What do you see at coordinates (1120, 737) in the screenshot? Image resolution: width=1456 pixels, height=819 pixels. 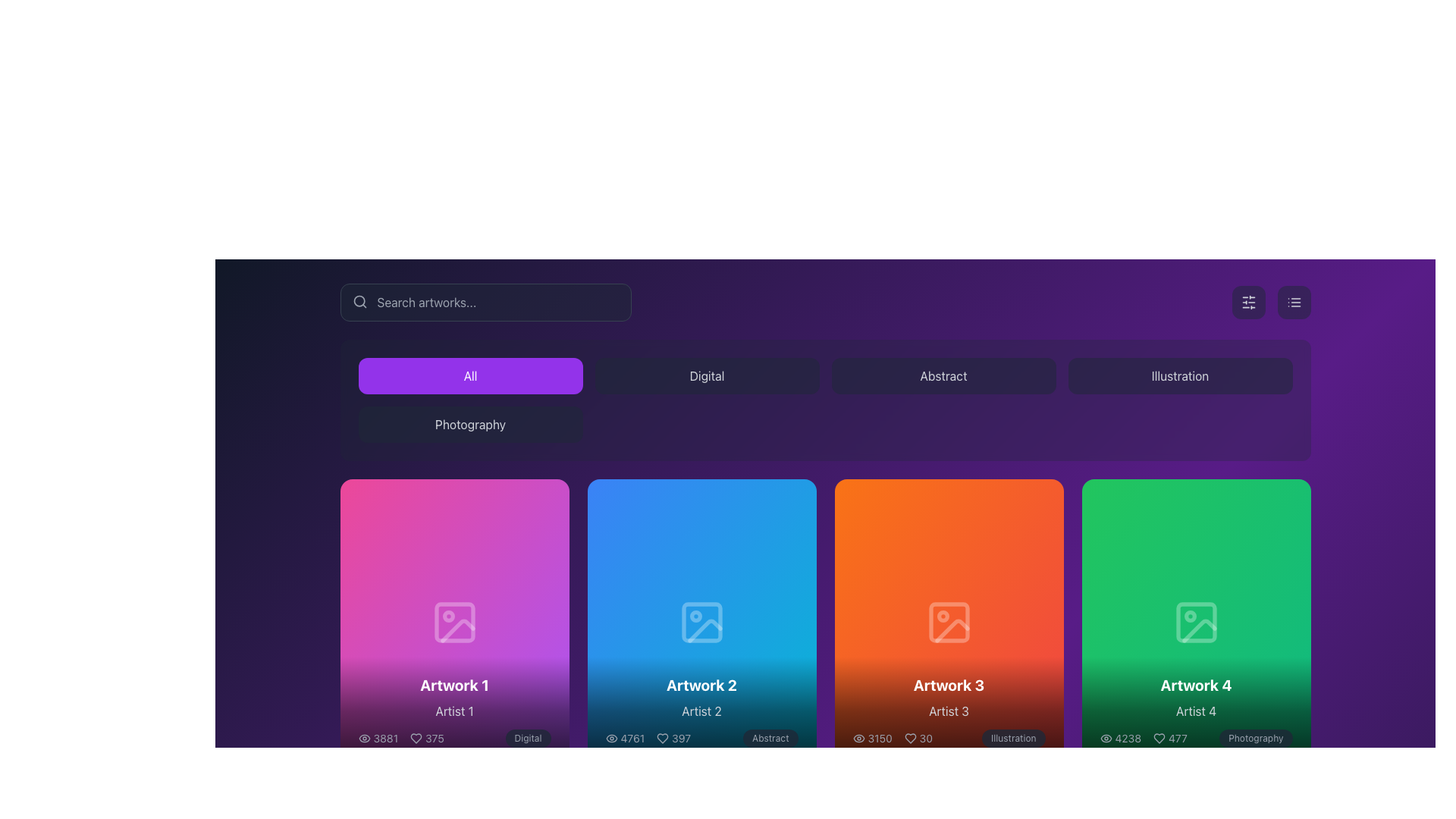 I see `the numeric text '4238' located at the bottom left corner of the card for Artwork 4, adjacent to the eye-shaped icon` at bounding box center [1120, 737].